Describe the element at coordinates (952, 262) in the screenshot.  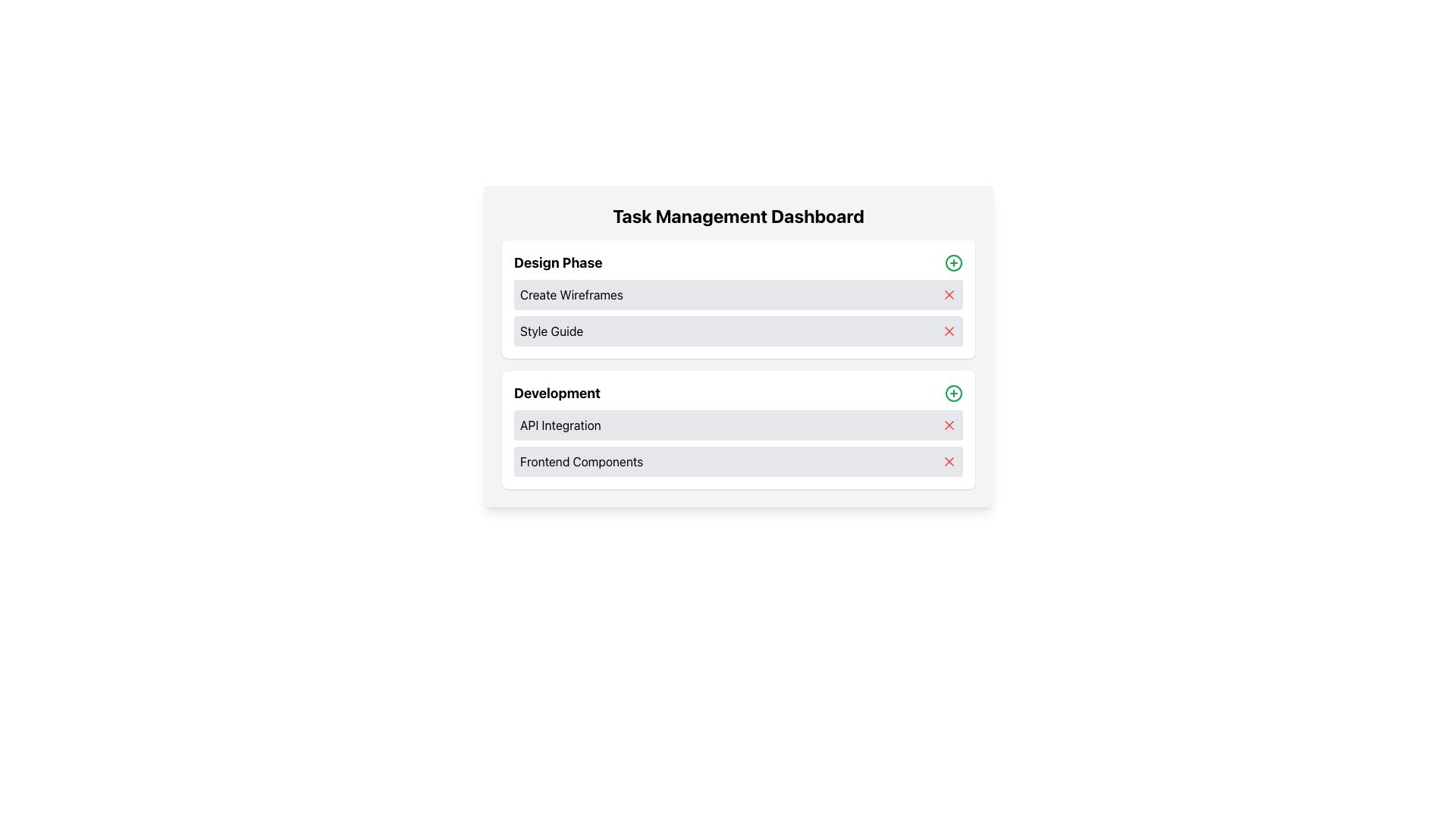
I see `the green circle plus icon located in the top-right corner of the 'Design Phase' section` at that location.